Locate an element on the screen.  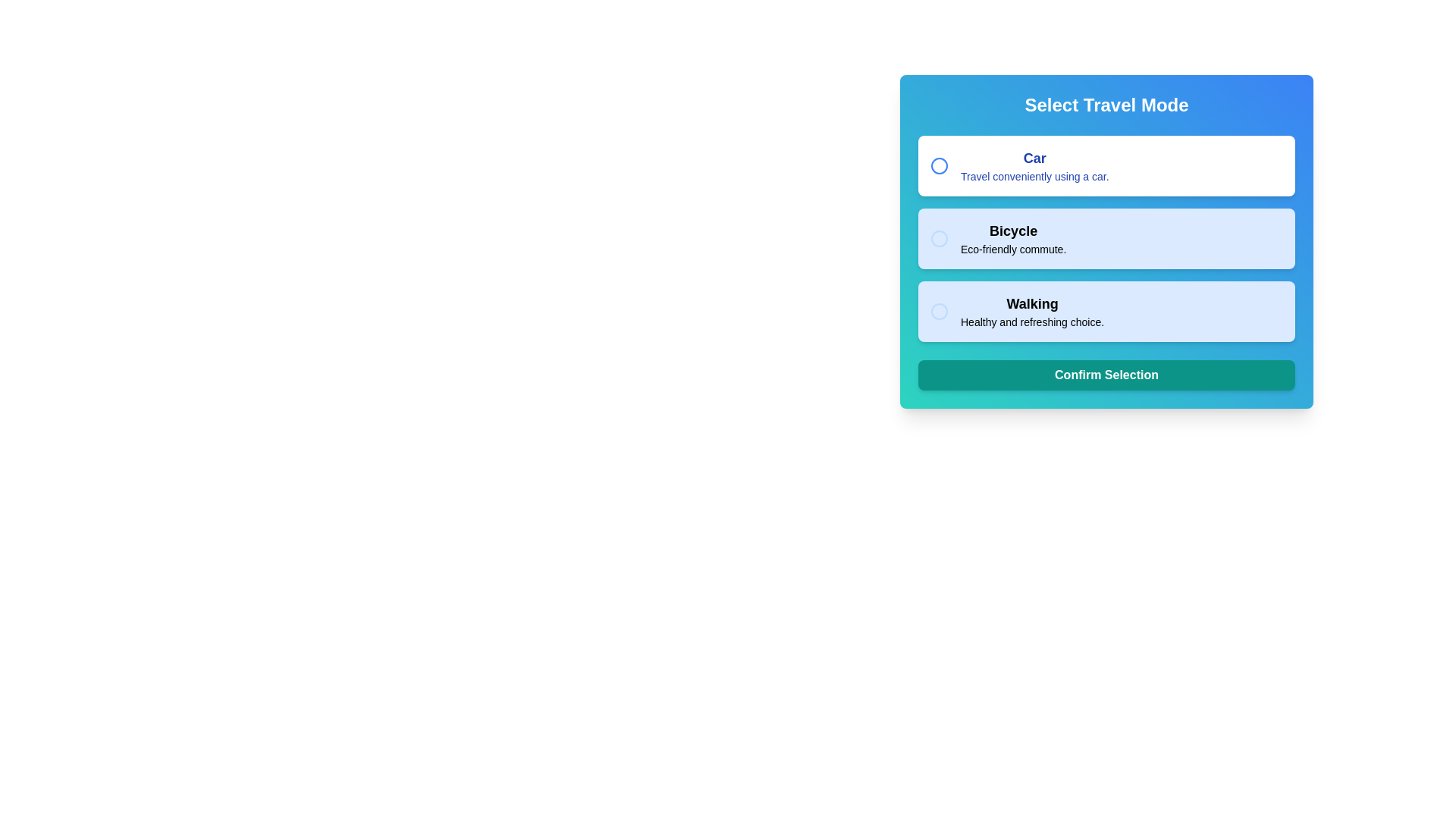
the interactive list item for 'Bicycle' is located at coordinates (1106, 239).